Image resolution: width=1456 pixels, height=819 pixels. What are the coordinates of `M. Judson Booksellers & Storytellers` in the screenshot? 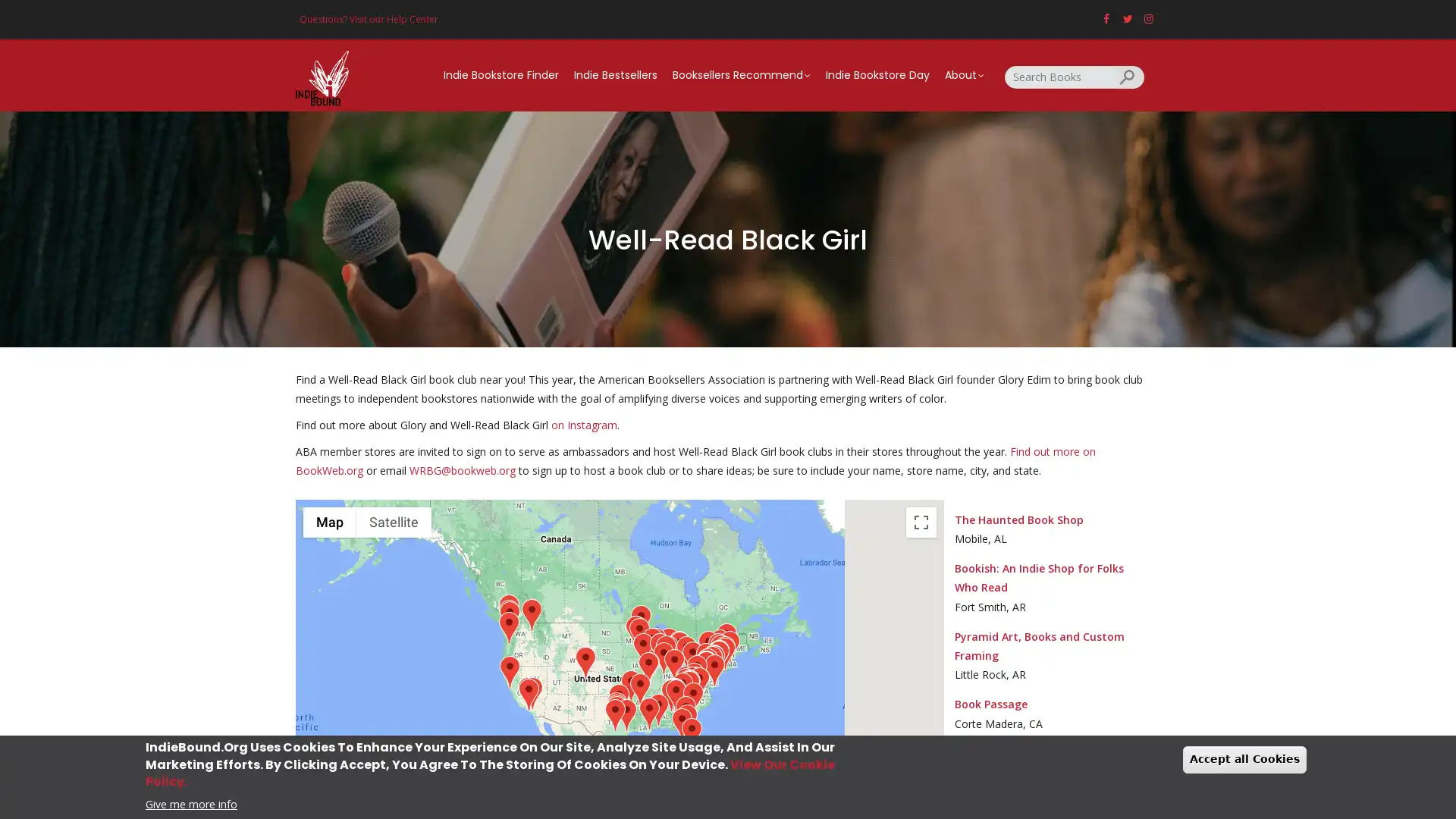 It's located at (681, 688).